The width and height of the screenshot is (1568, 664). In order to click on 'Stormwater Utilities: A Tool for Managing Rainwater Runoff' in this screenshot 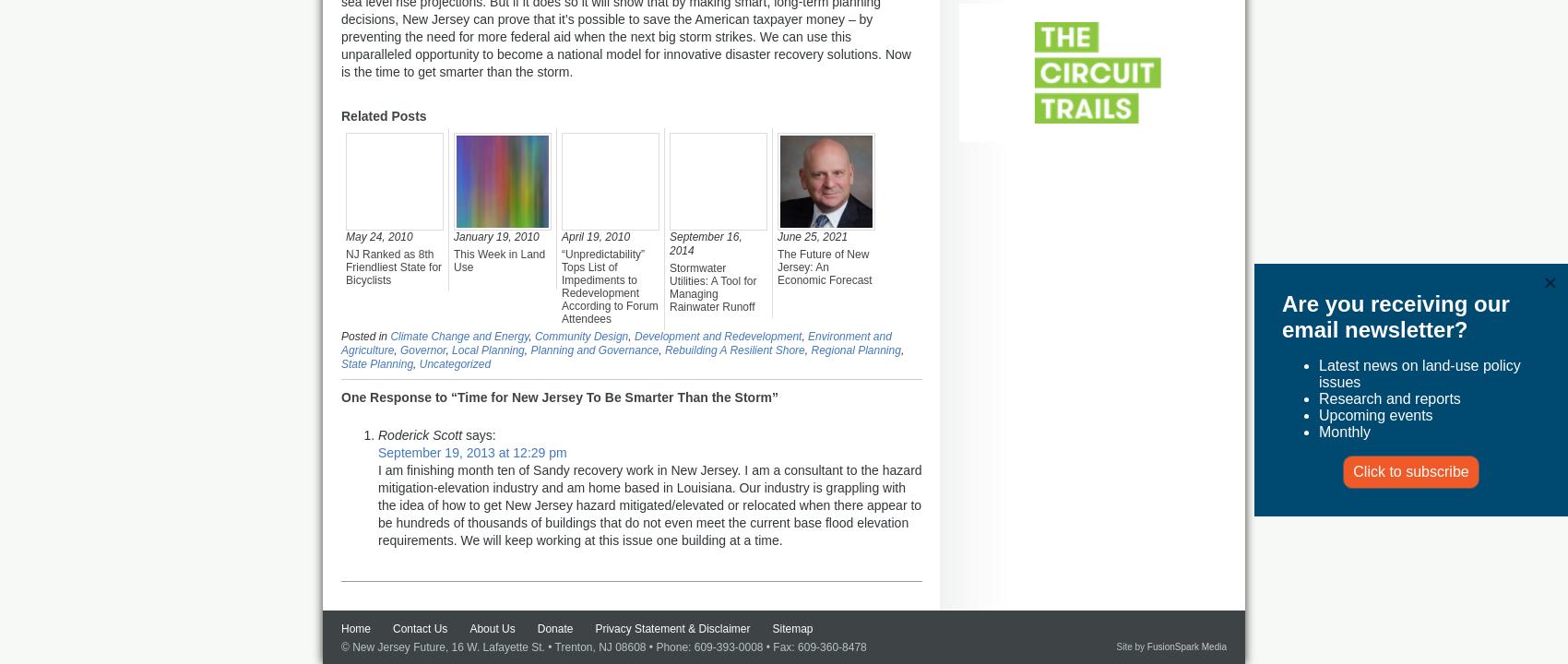, I will do `click(711, 287)`.